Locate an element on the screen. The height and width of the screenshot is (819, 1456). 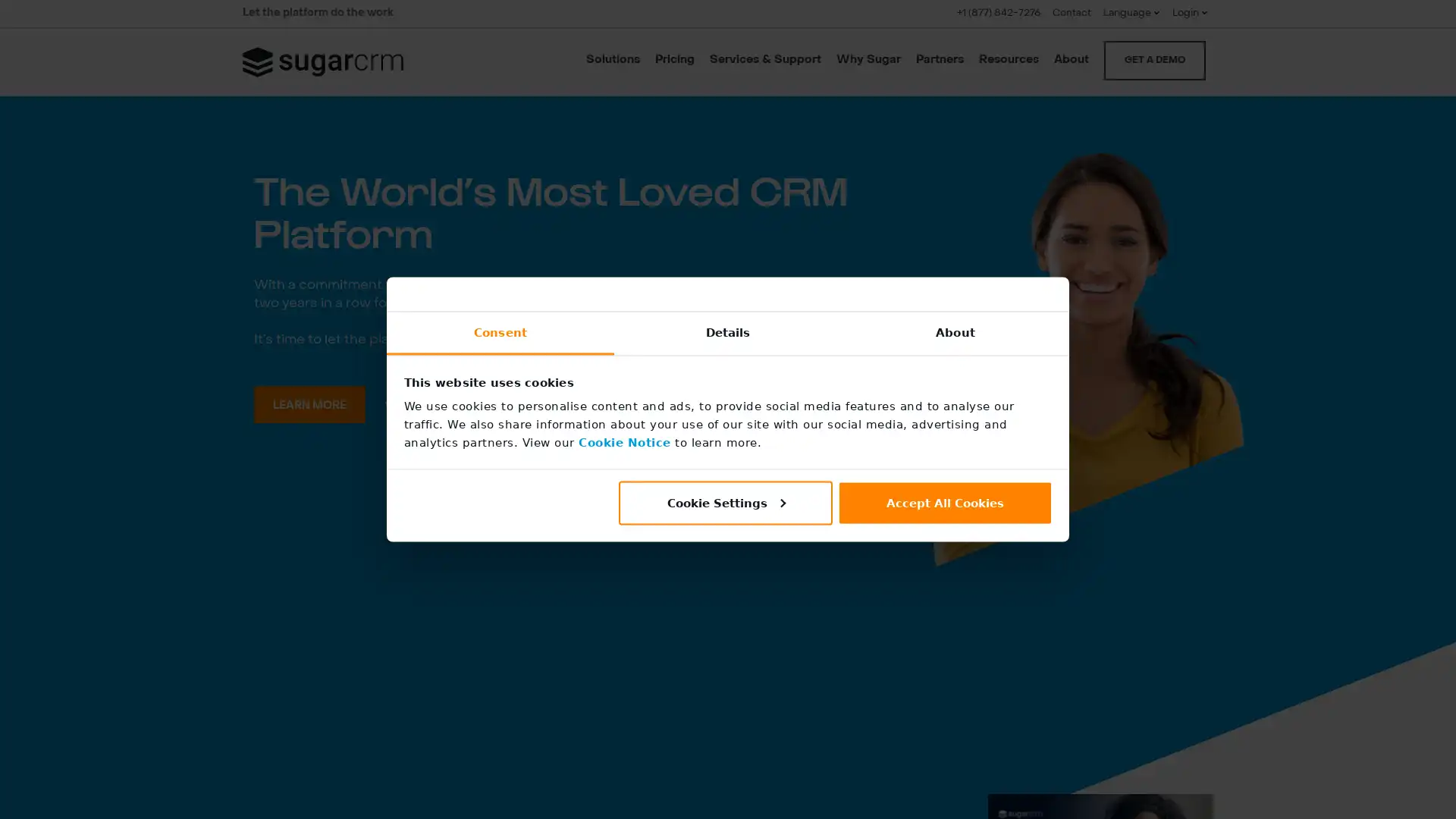
Accept All Cookies is located at coordinates (944, 503).